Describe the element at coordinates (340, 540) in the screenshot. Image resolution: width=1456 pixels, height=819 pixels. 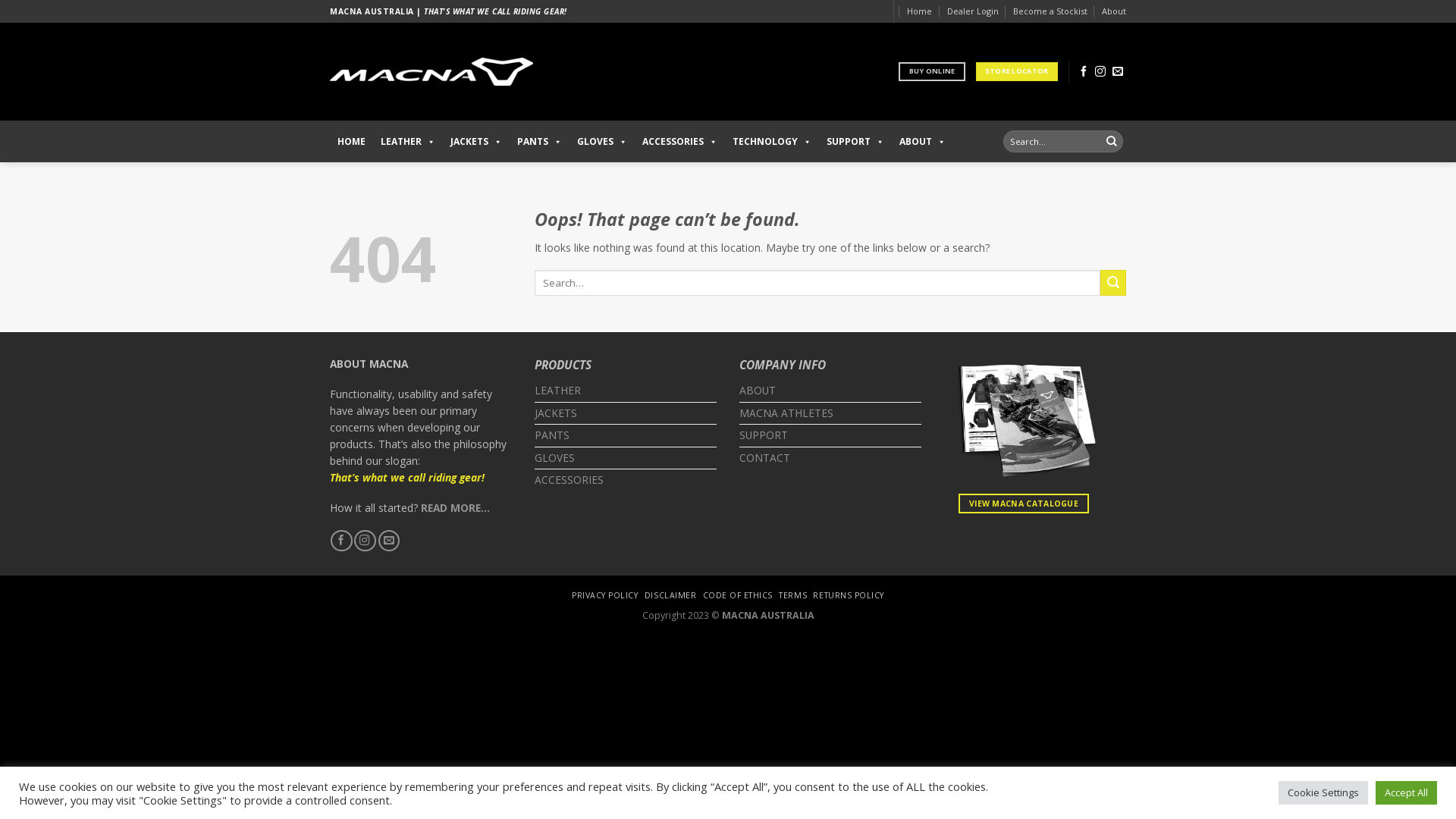
I see `'Follow on Facebook'` at that location.